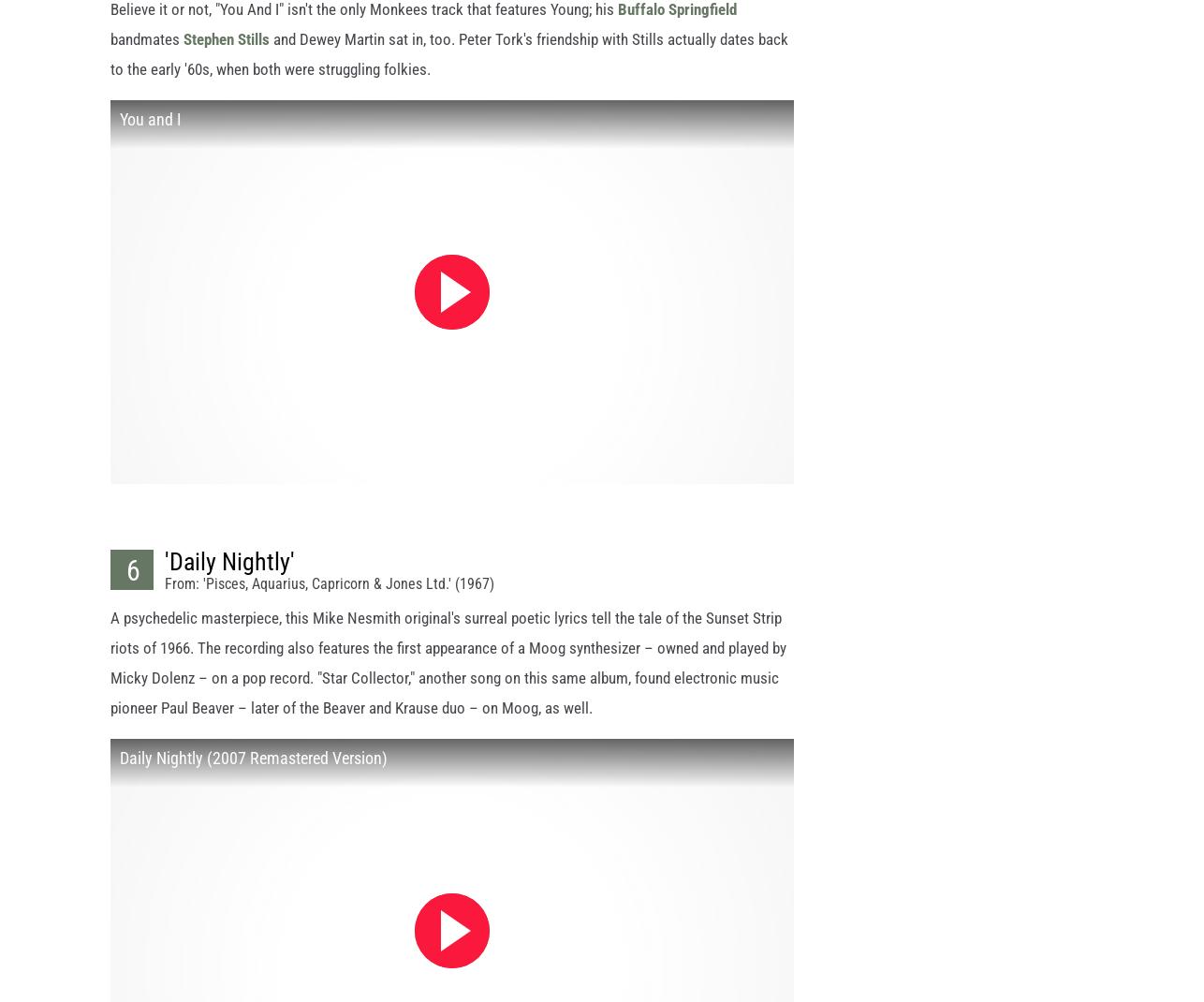  What do you see at coordinates (119, 135) in the screenshot?
I see `'You and I'` at bounding box center [119, 135].